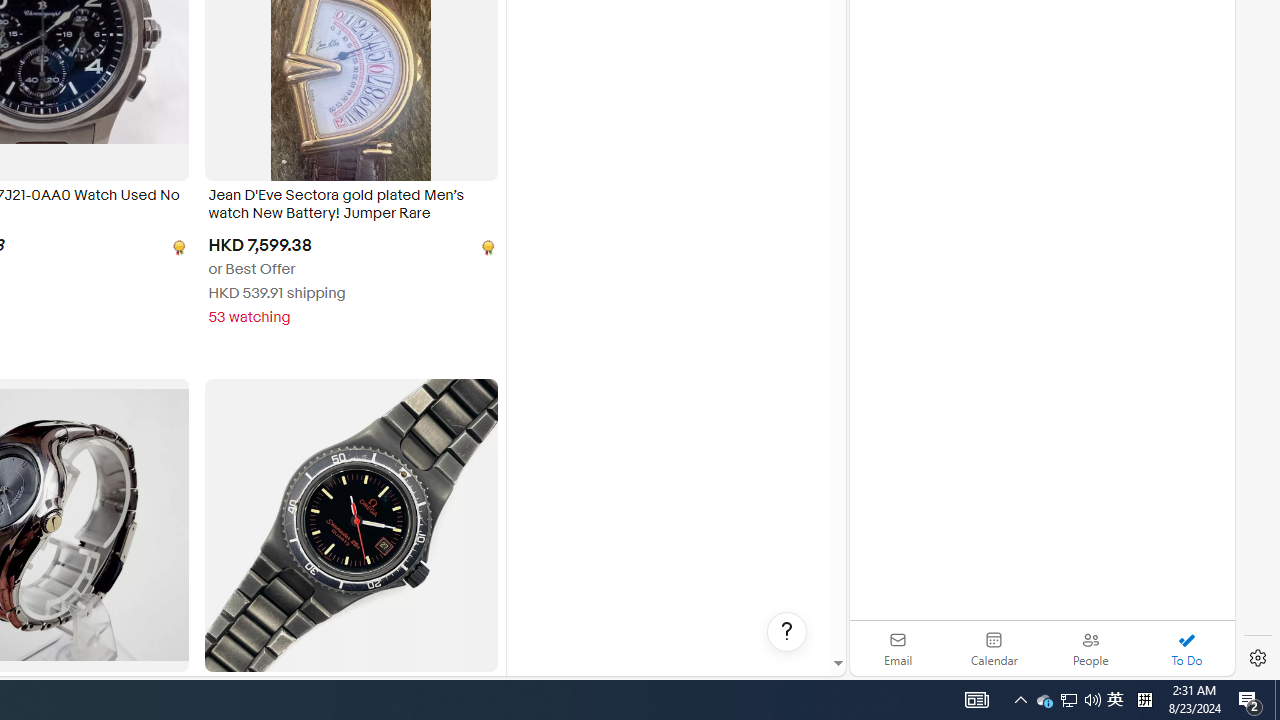 The width and height of the screenshot is (1280, 720). I want to click on '[object Undefined]', so click(486, 246).